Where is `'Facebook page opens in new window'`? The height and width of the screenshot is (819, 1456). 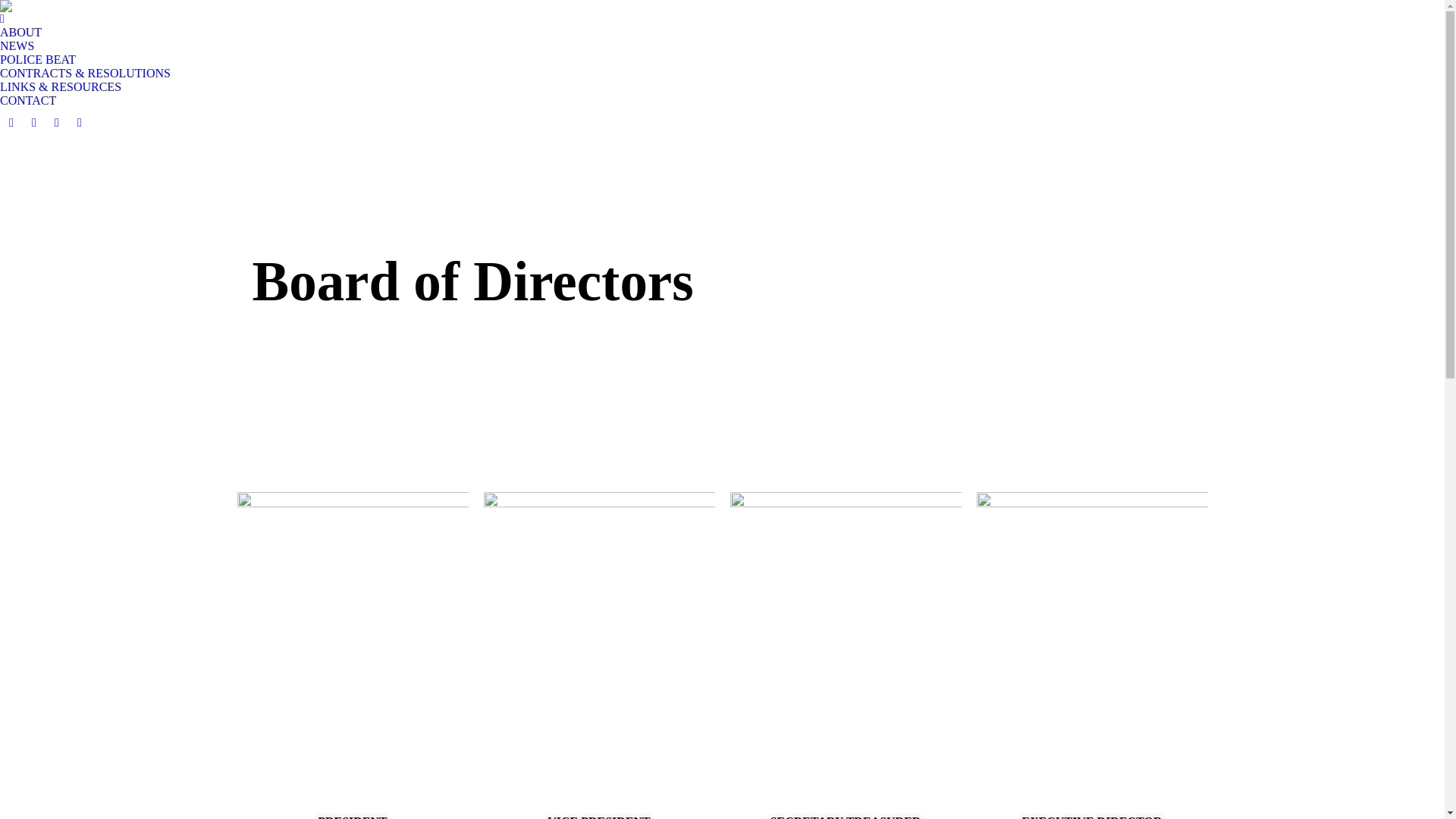 'Facebook page opens in new window' is located at coordinates (11, 122).